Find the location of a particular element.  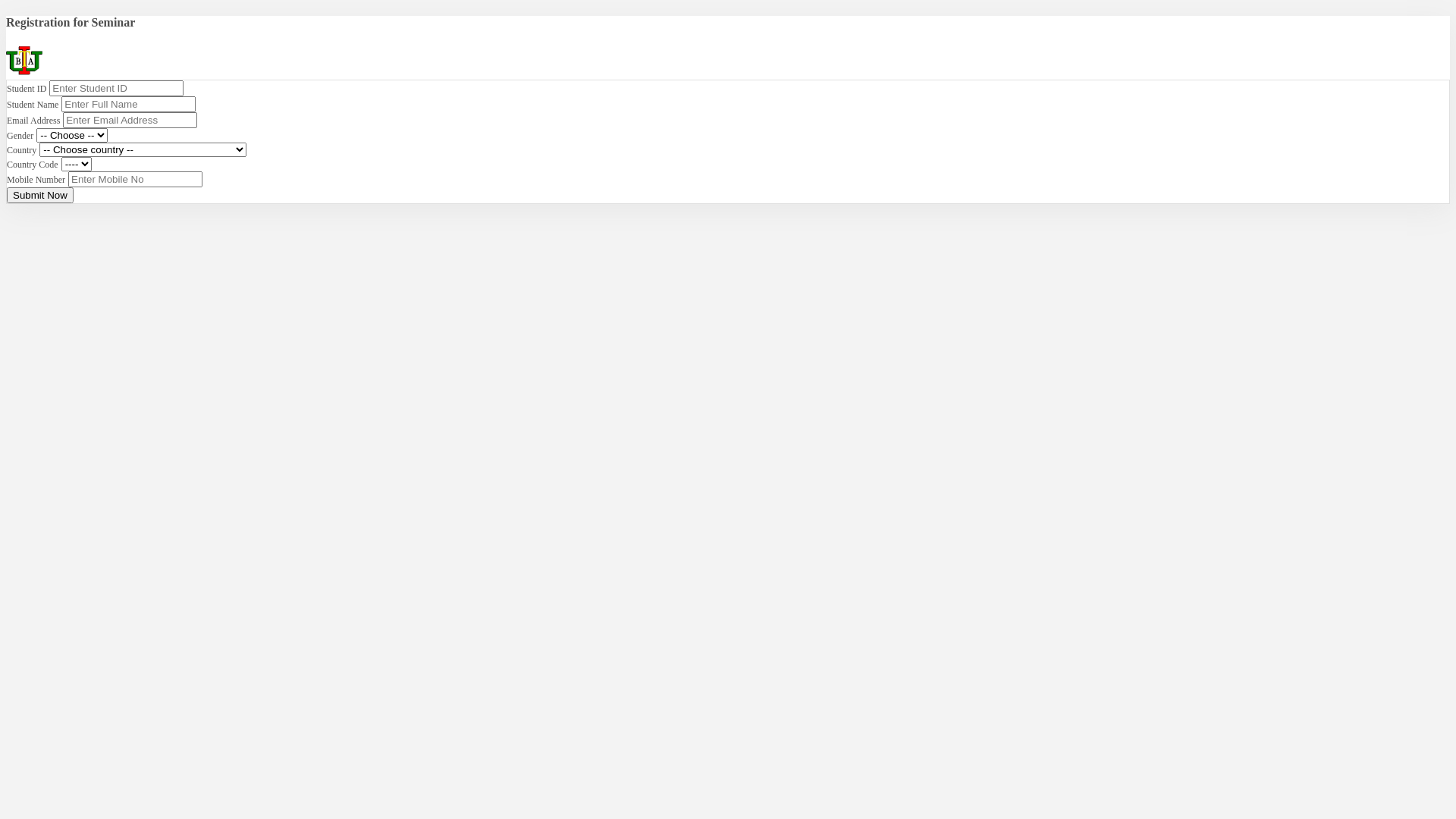

'Submit Now' is located at coordinates (39, 194).